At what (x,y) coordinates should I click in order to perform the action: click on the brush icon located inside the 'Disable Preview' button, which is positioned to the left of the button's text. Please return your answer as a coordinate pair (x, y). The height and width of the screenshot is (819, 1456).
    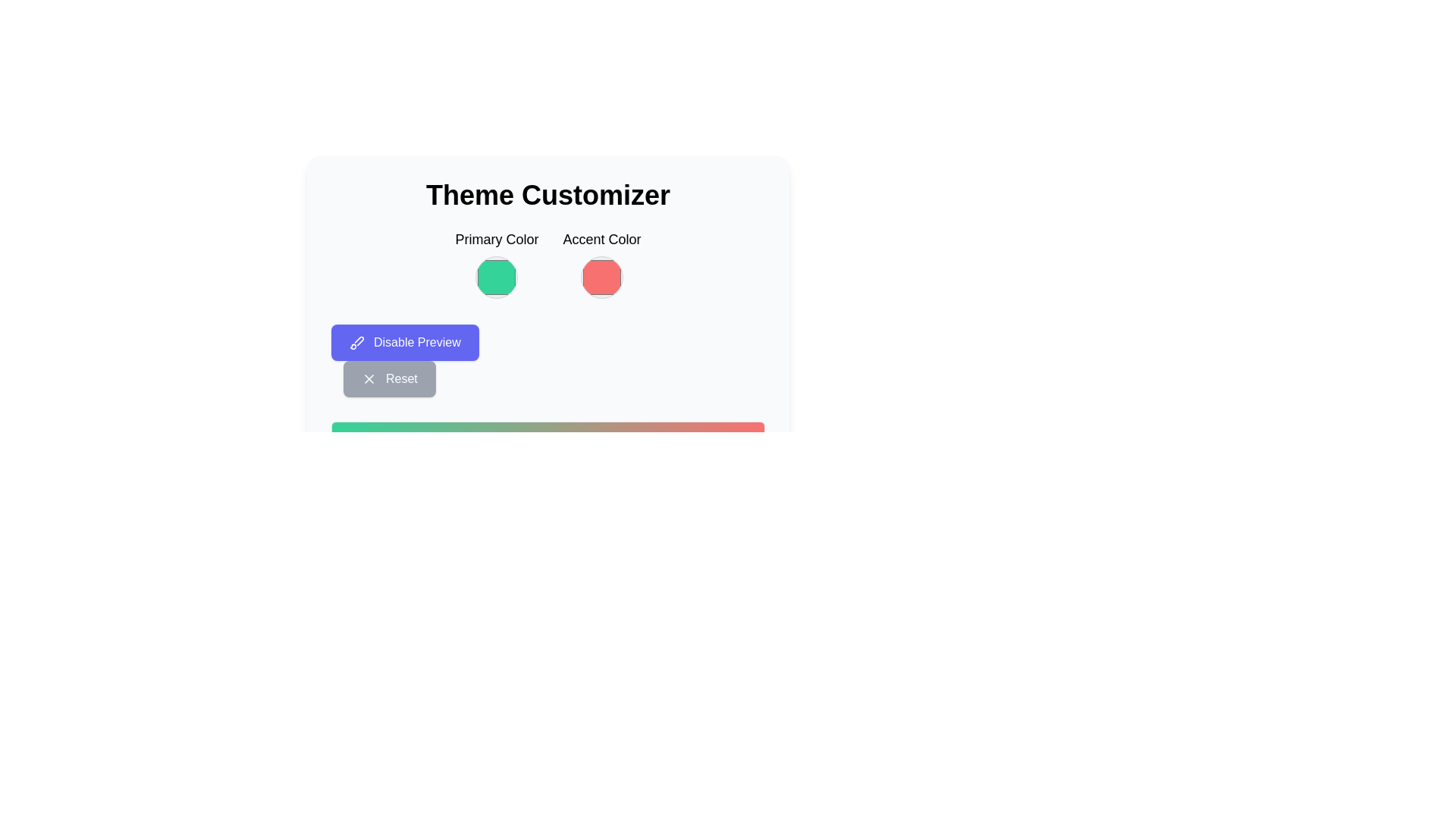
    Looking at the image, I should click on (356, 342).